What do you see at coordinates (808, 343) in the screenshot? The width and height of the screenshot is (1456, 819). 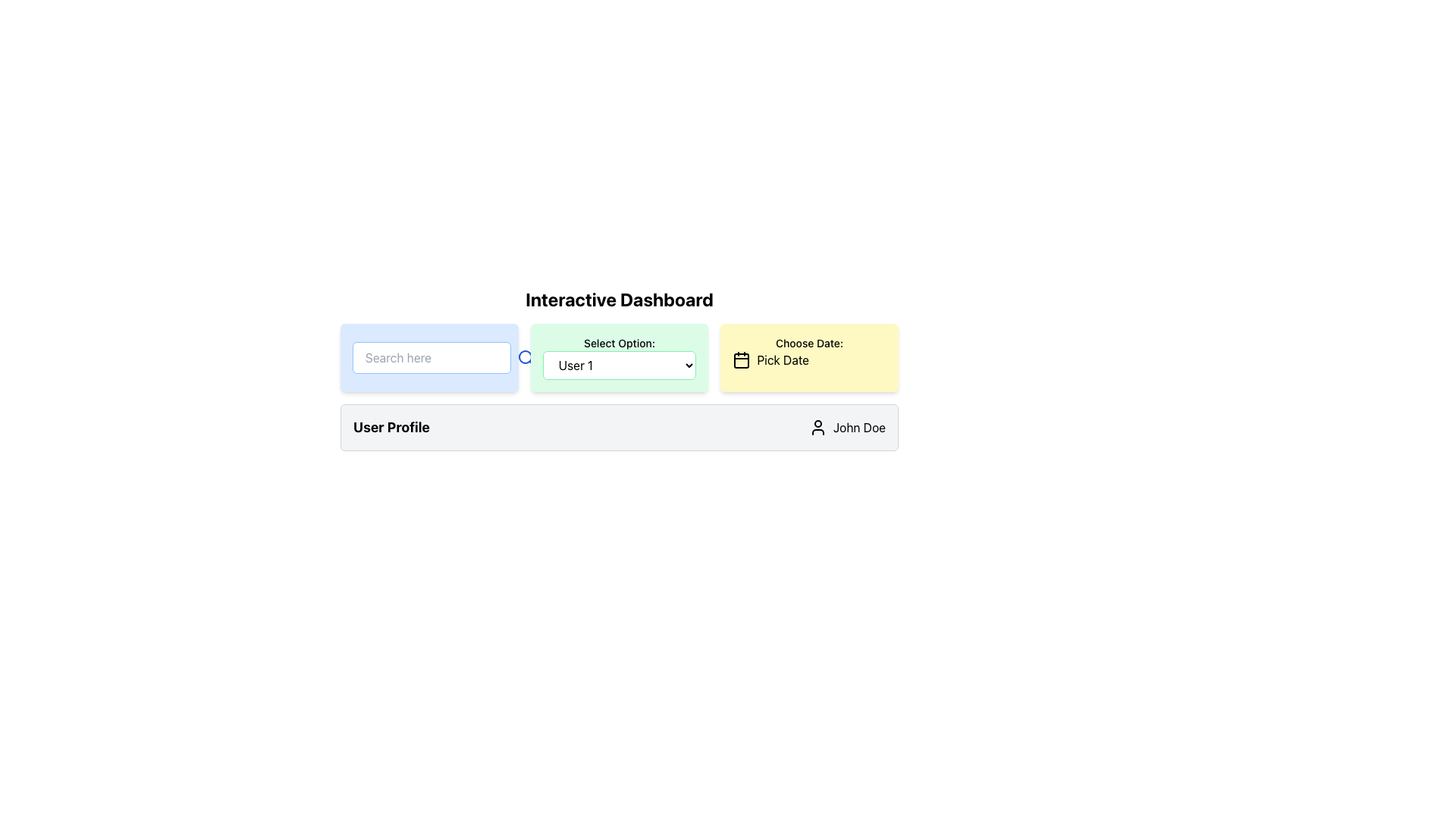 I see `the text label that reads 'Choose Date:', which is styled with a small font size and medium weight, positioned above the 'Pick Date' control in the right section of the layout` at bounding box center [808, 343].